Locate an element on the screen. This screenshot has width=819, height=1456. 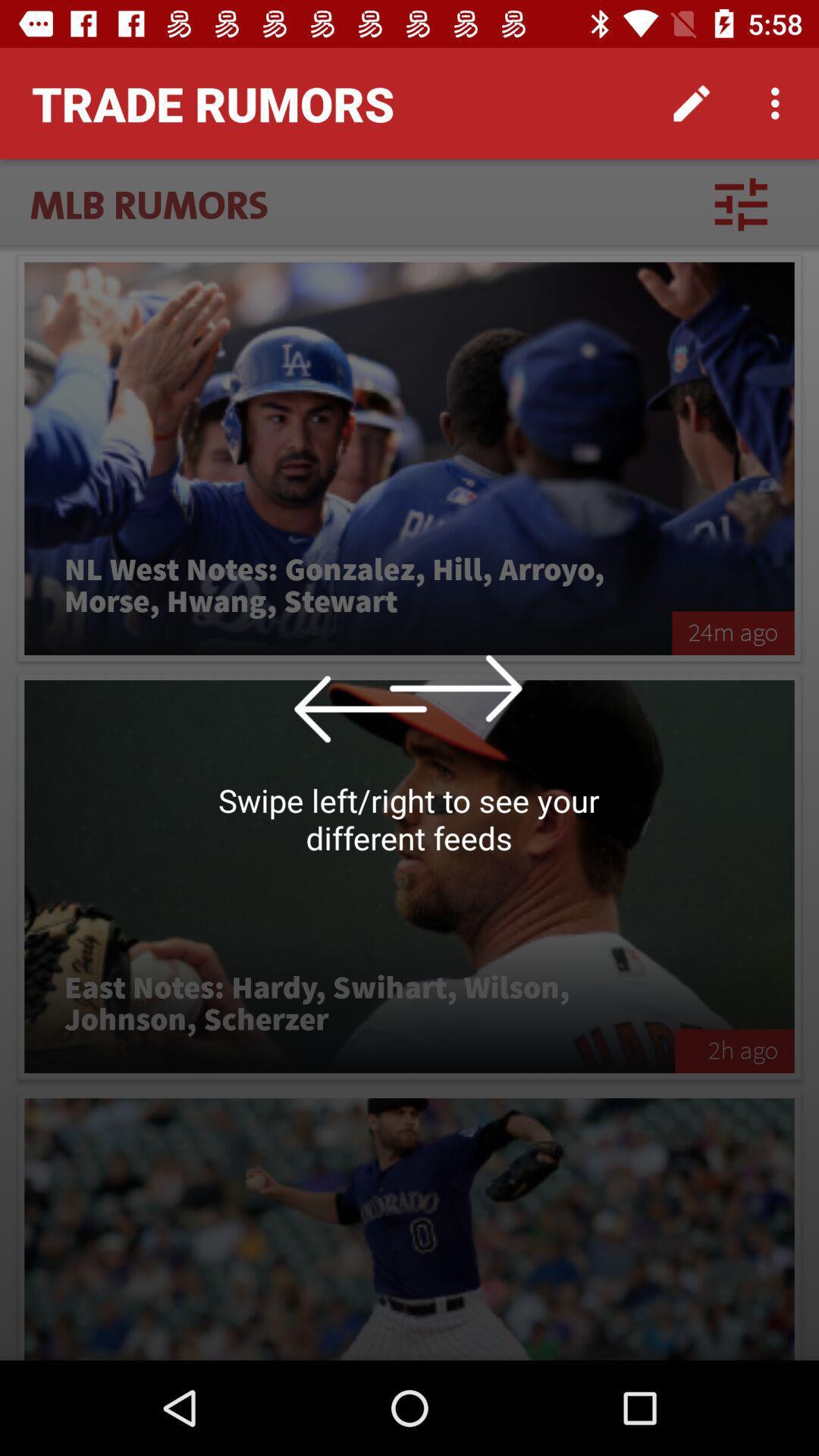
item at the bottom right corner is located at coordinates (733, 1050).